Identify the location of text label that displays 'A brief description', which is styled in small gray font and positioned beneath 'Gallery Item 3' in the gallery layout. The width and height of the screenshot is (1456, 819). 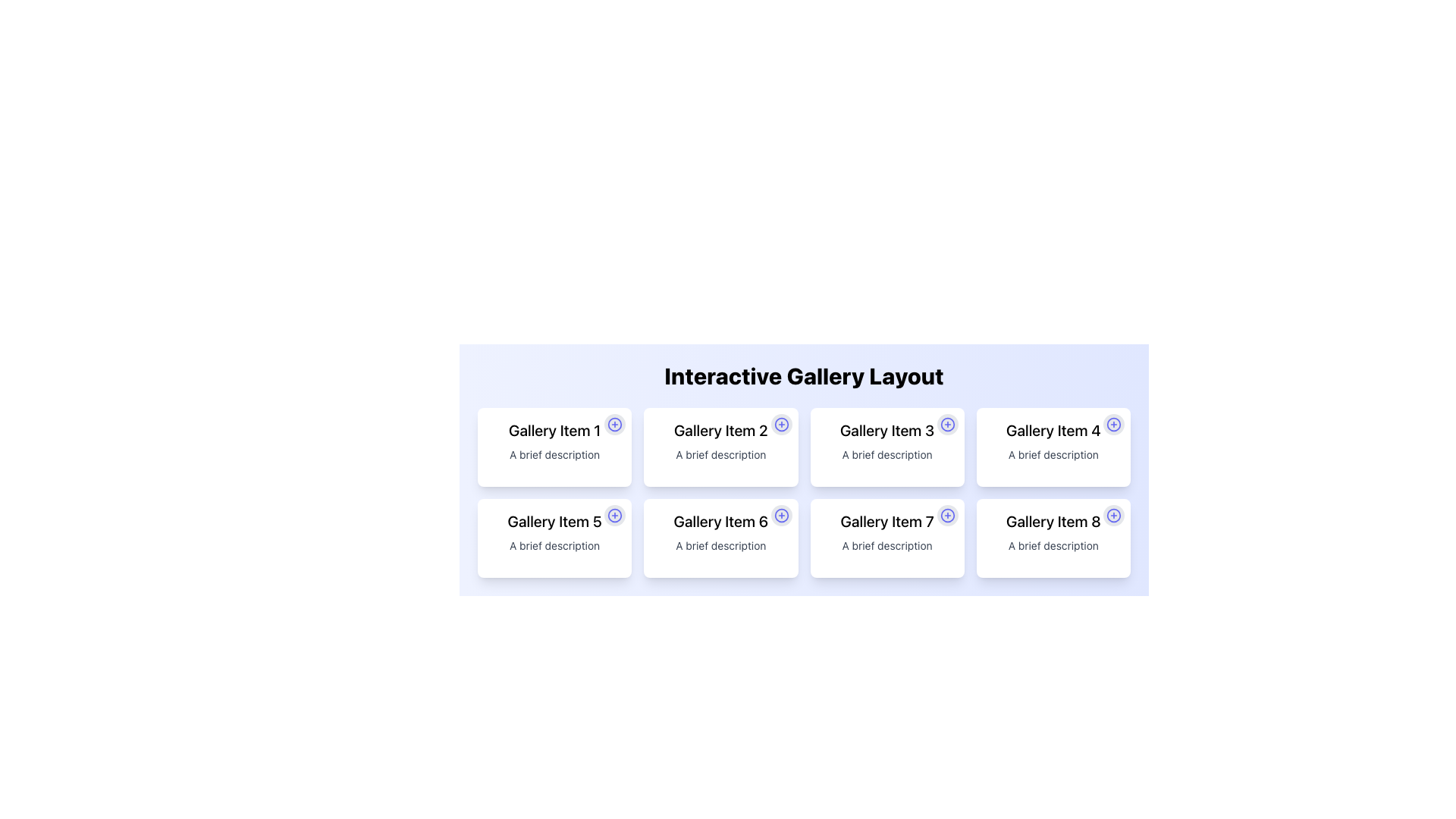
(887, 454).